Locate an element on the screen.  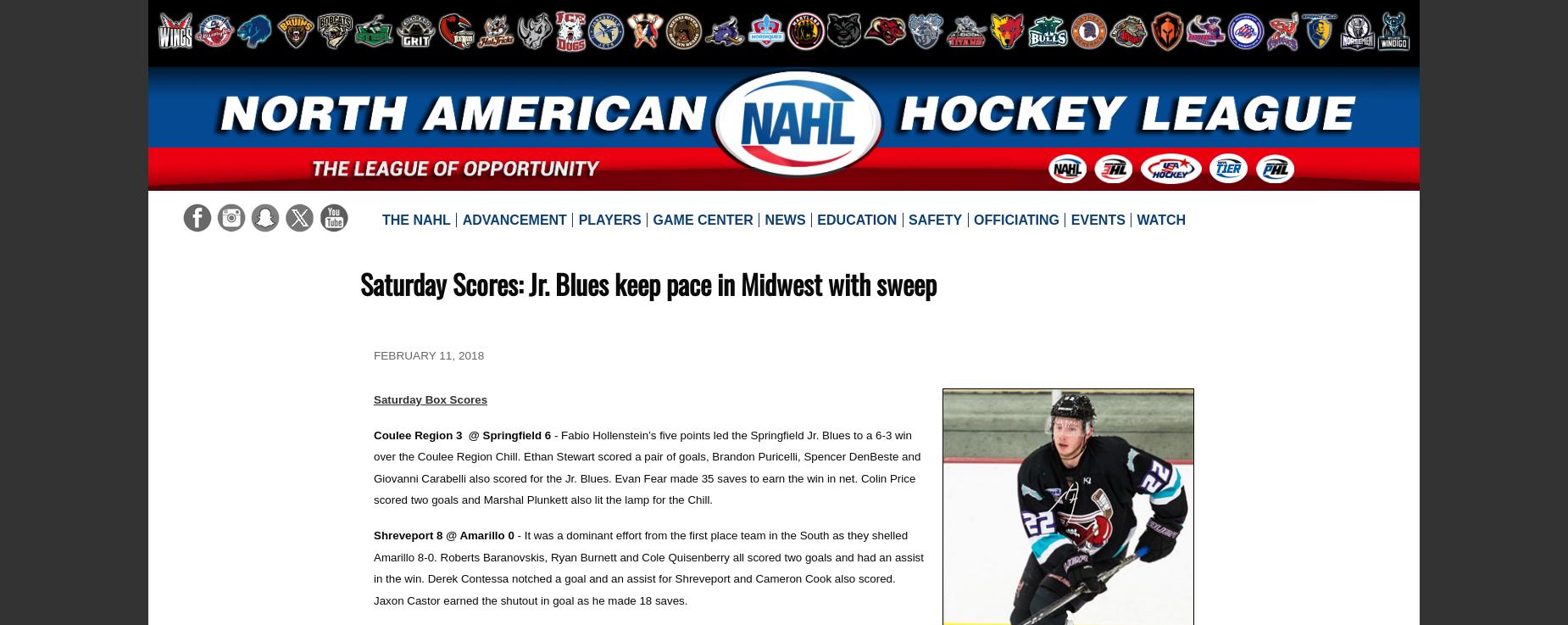
'February 11, 2018' is located at coordinates (373, 354).